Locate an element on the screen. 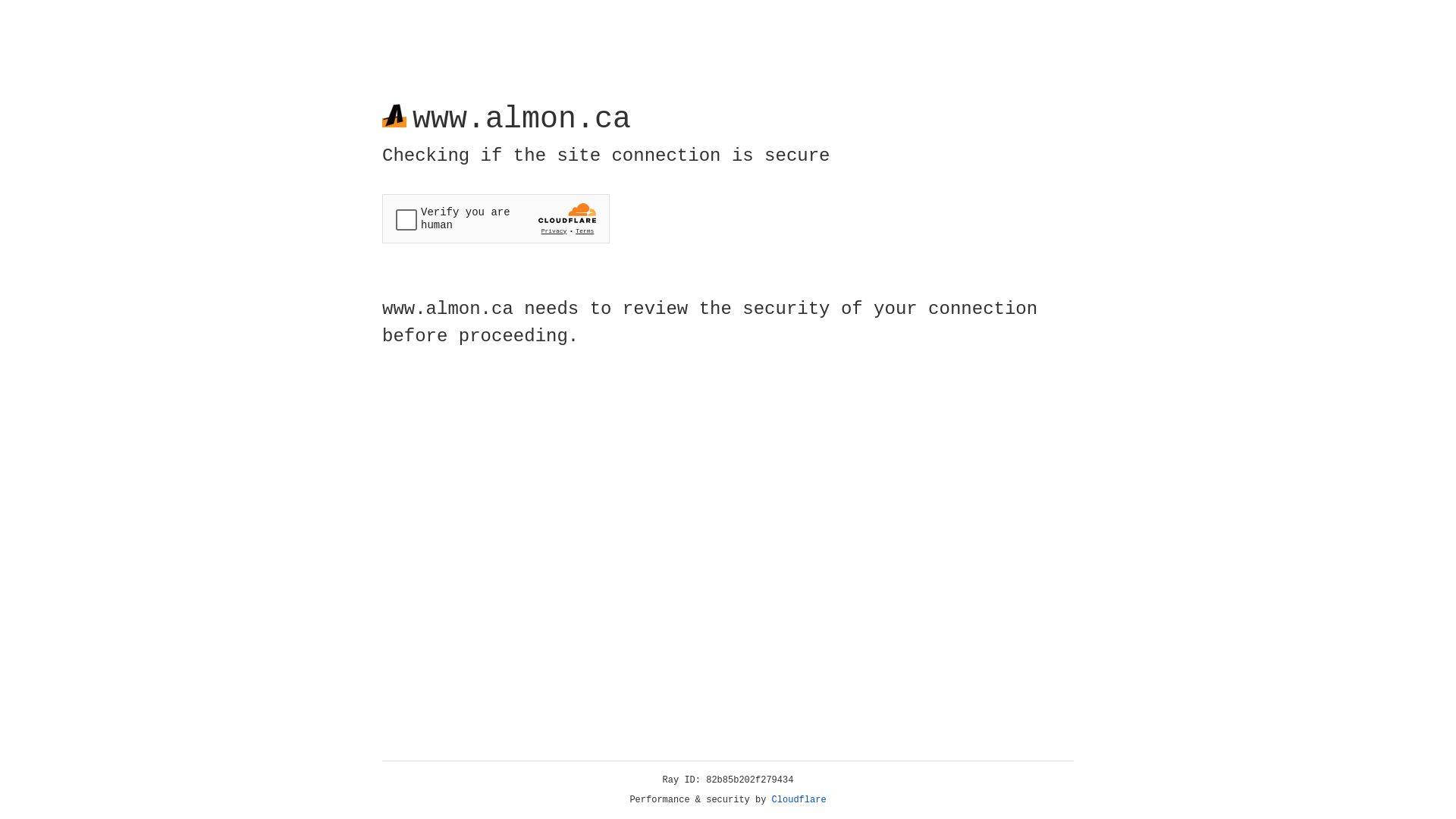 The image size is (1456, 819). 'Cloudflare' is located at coordinates (799, 799).